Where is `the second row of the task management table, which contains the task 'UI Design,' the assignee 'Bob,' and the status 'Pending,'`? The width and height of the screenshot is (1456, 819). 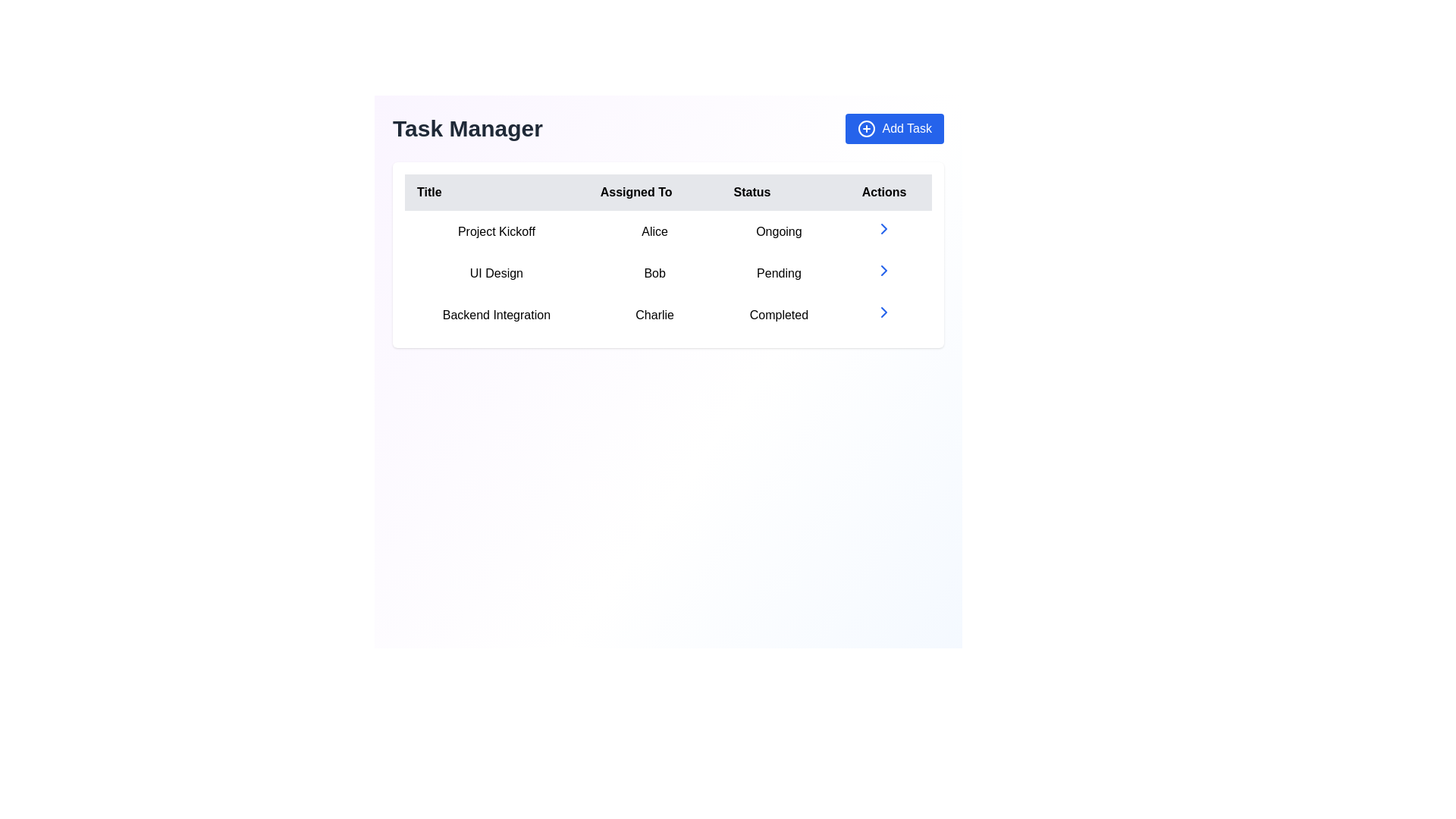 the second row of the task management table, which contains the task 'UI Design,' the assignee 'Bob,' and the status 'Pending,' is located at coordinates (667, 273).